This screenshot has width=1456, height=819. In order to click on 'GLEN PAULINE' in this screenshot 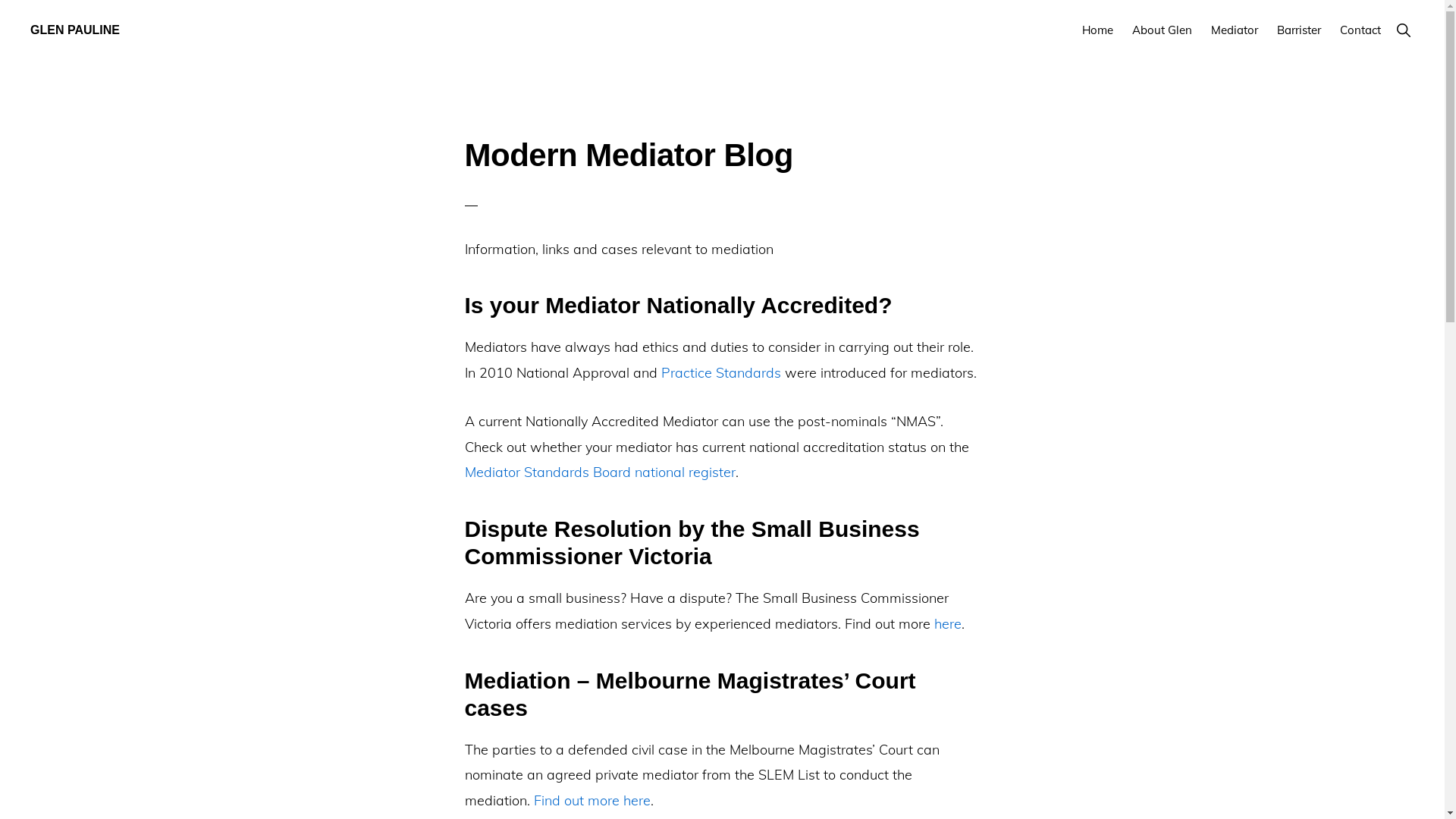, I will do `click(74, 30)`.